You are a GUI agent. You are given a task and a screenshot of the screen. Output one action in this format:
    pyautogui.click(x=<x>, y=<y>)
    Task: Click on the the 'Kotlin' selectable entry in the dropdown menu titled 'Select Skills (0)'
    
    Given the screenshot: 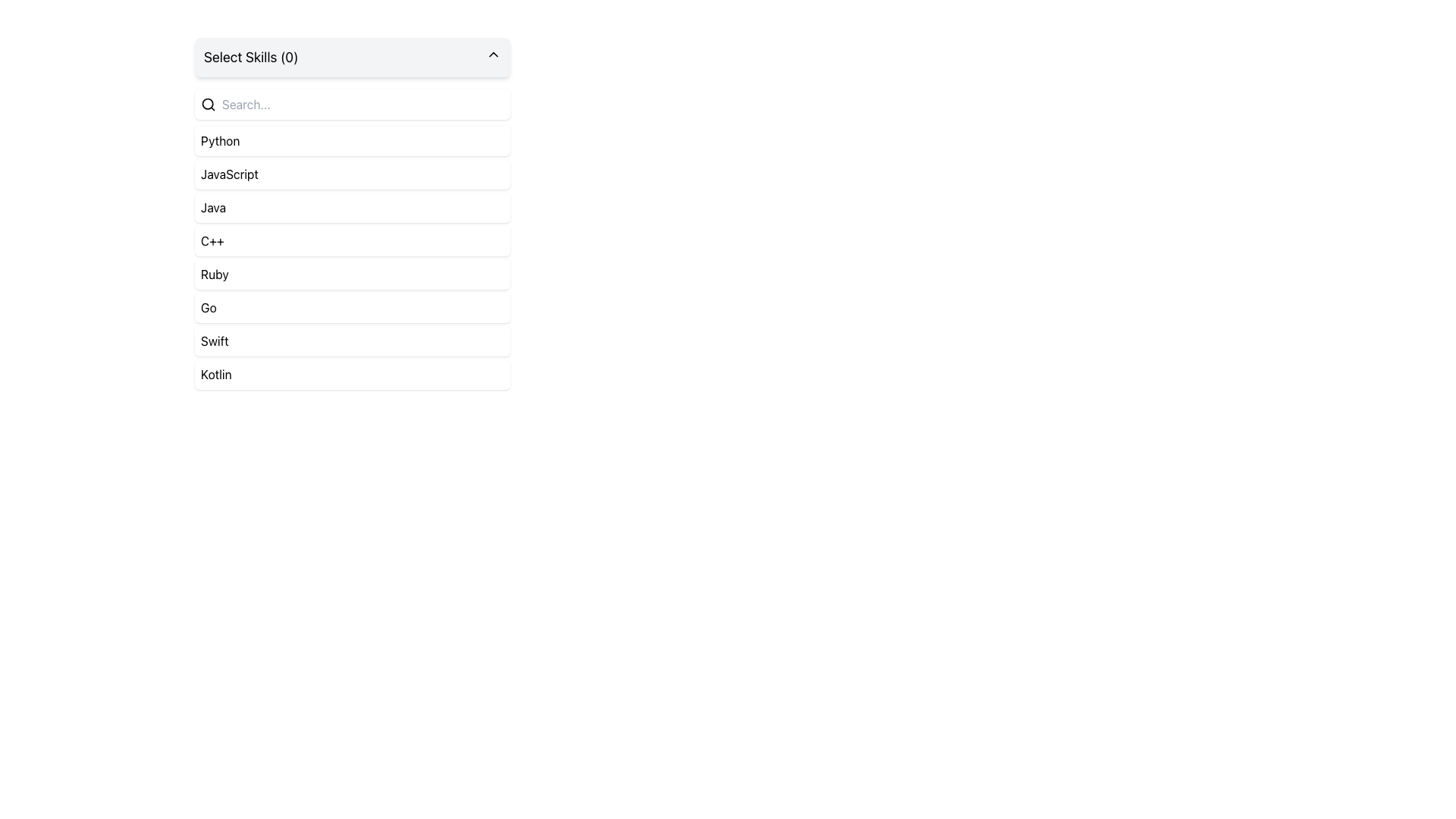 What is the action you would take?
    pyautogui.click(x=215, y=374)
    